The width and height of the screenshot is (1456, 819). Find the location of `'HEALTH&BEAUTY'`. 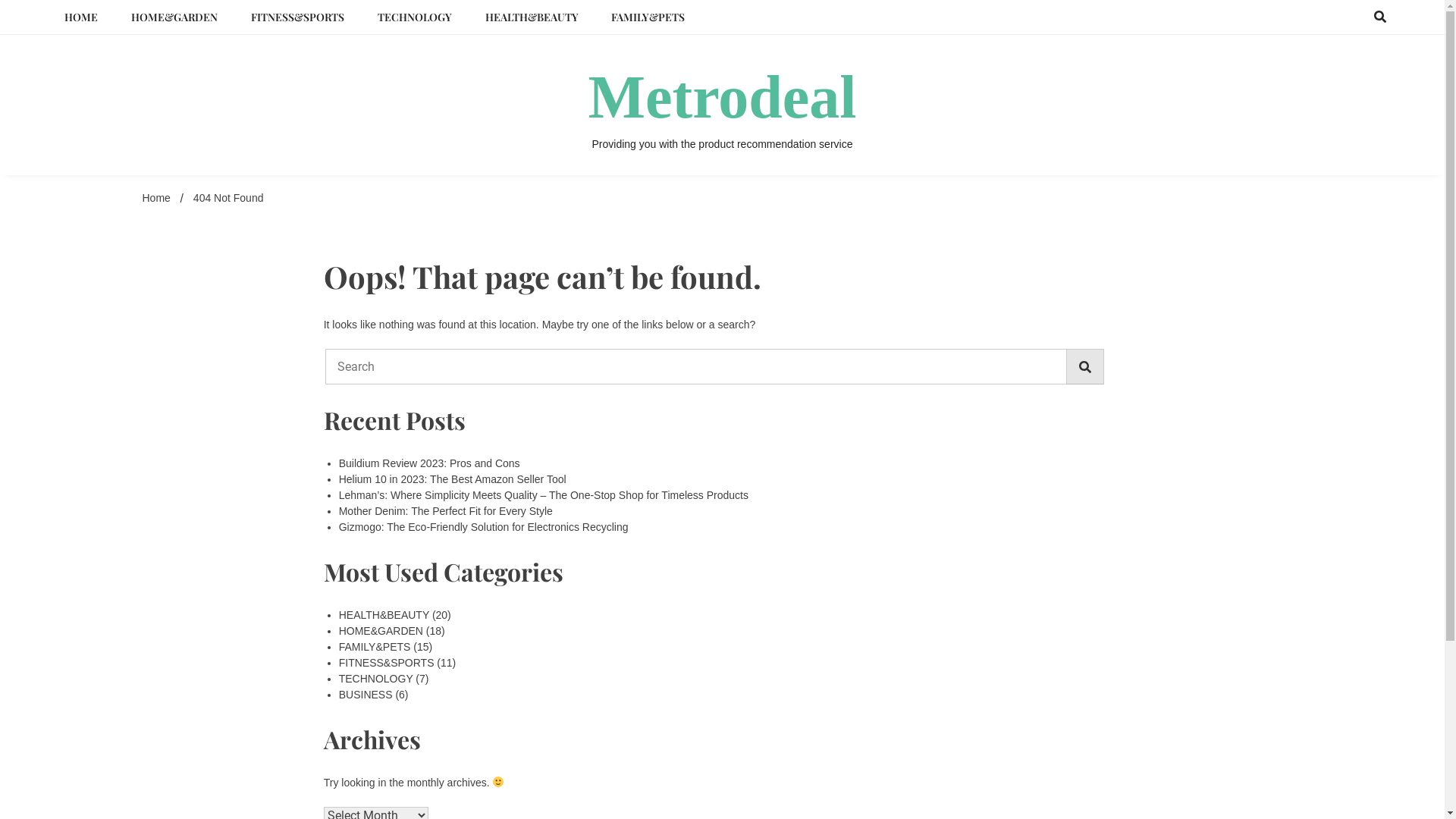

'HEALTH&BEAUTY' is located at coordinates (384, 614).